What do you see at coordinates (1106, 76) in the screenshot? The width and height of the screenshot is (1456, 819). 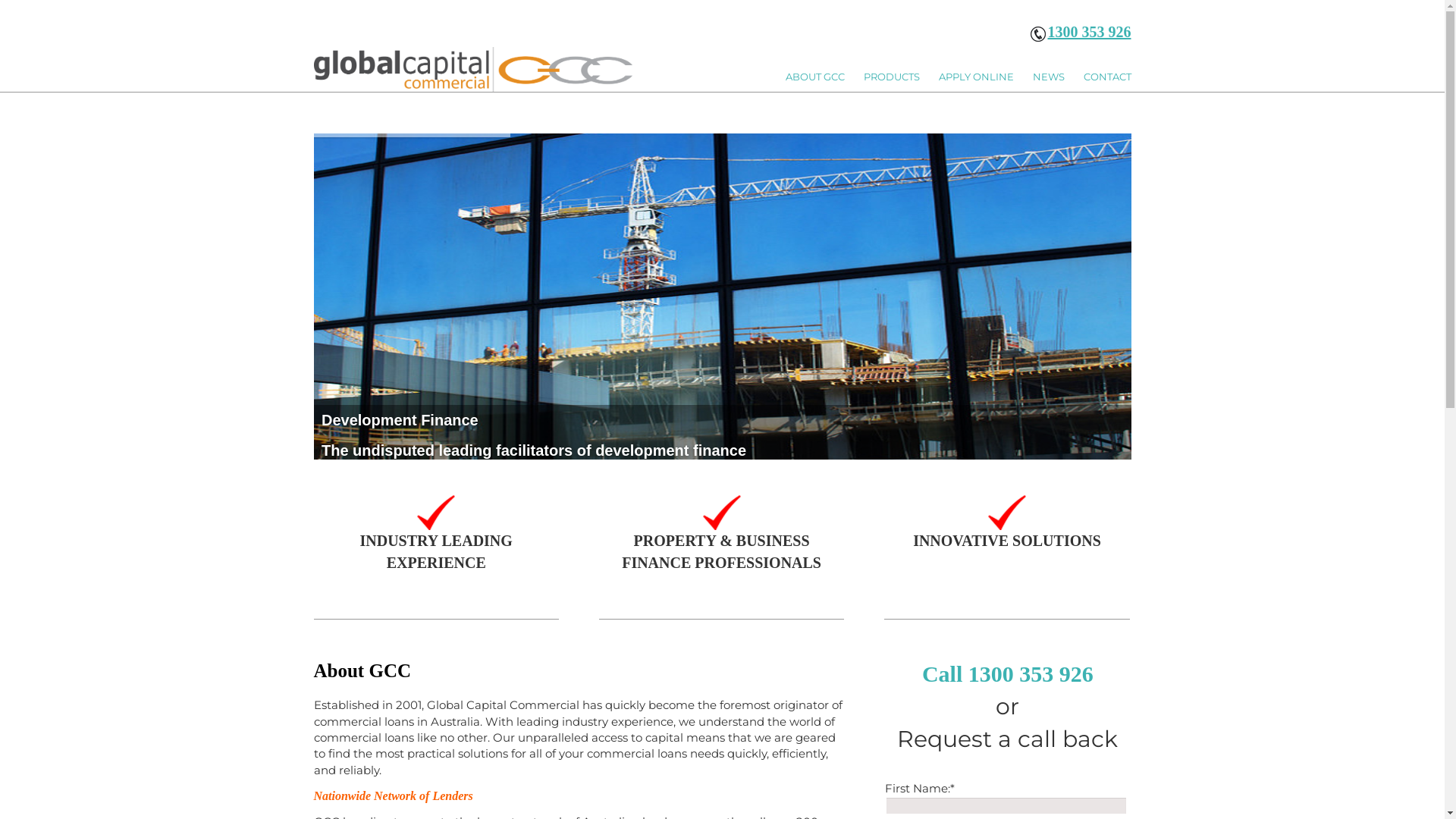 I see `'CONTACT'` at bounding box center [1106, 76].